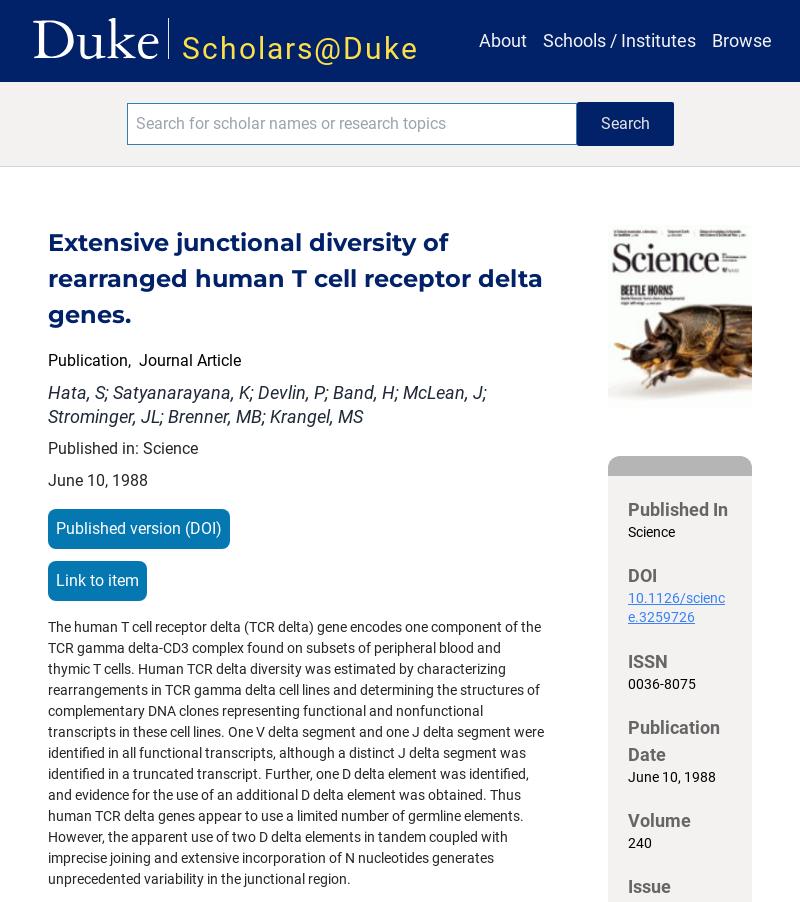 The height and width of the screenshot is (902, 800). I want to click on 'Published version (DOI)', so click(139, 527).